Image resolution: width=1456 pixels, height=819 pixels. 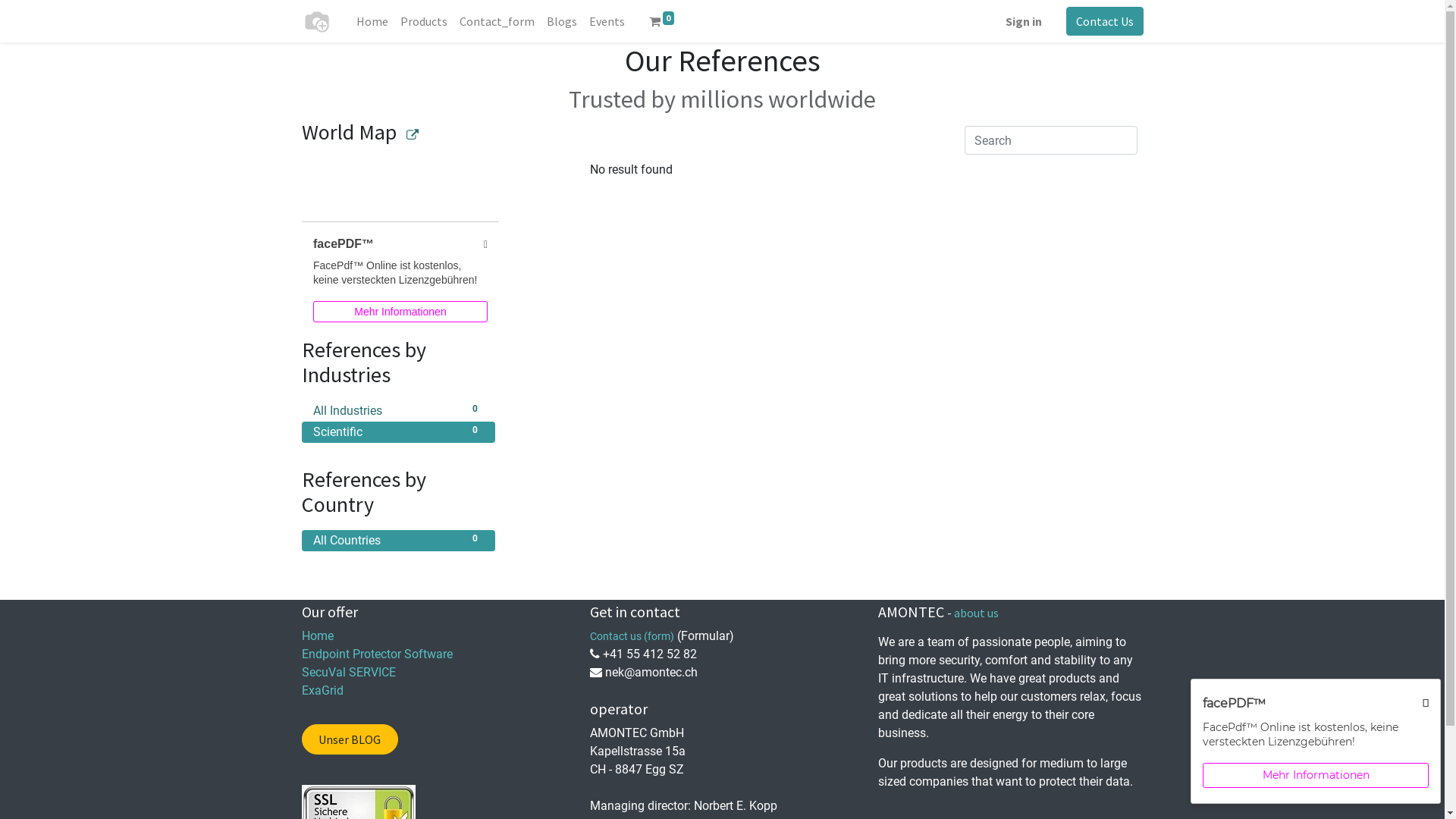 What do you see at coordinates (632, 635) in the screenshot?
I see `'Contact us (form)'` at bounding box center [632, 635].